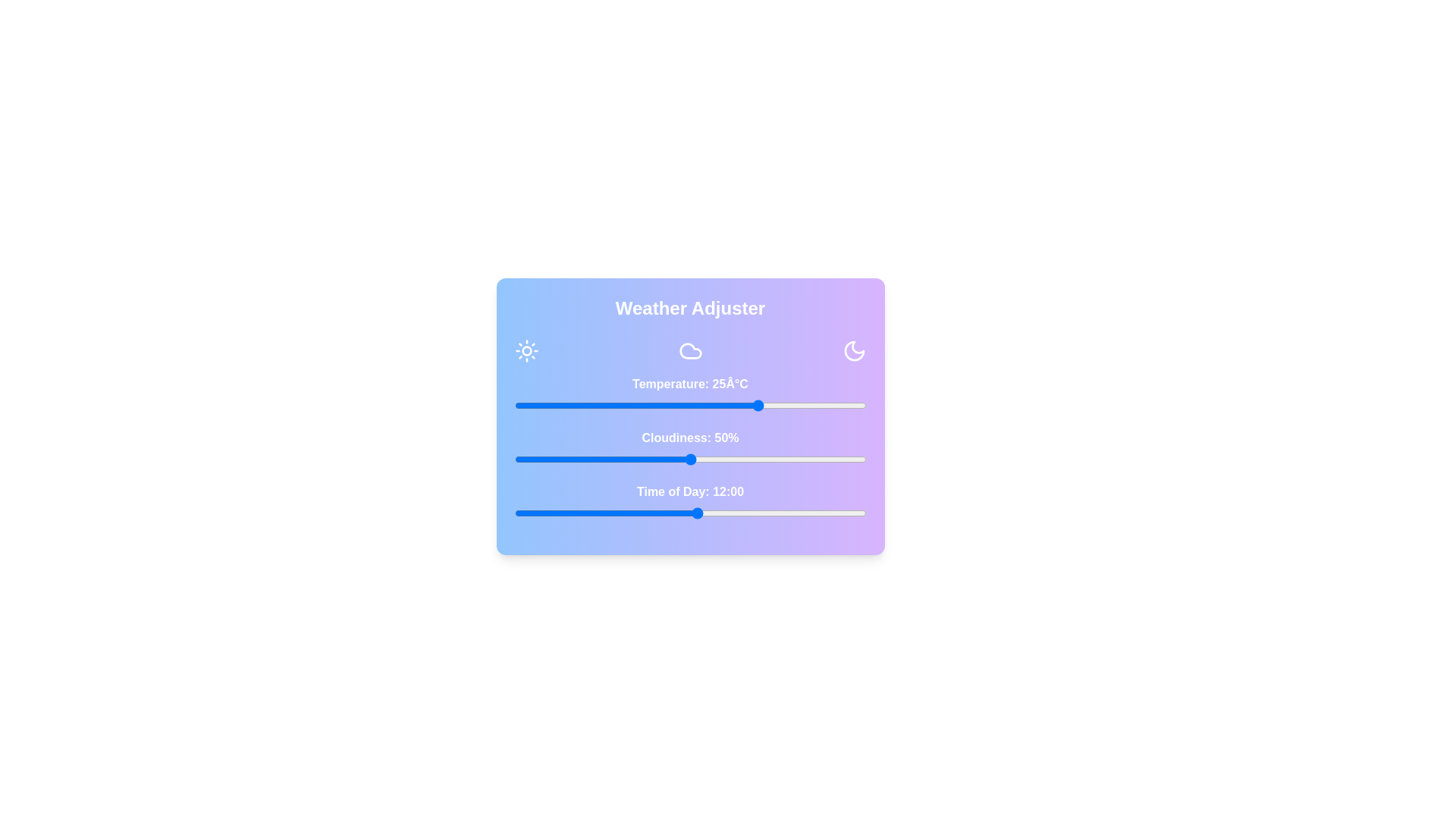 Image resolution: width=1456 pixels, height=819 pixels. Describe the element at coordinates (560, 513) in the screenshot. I see `the time of day` at that location.